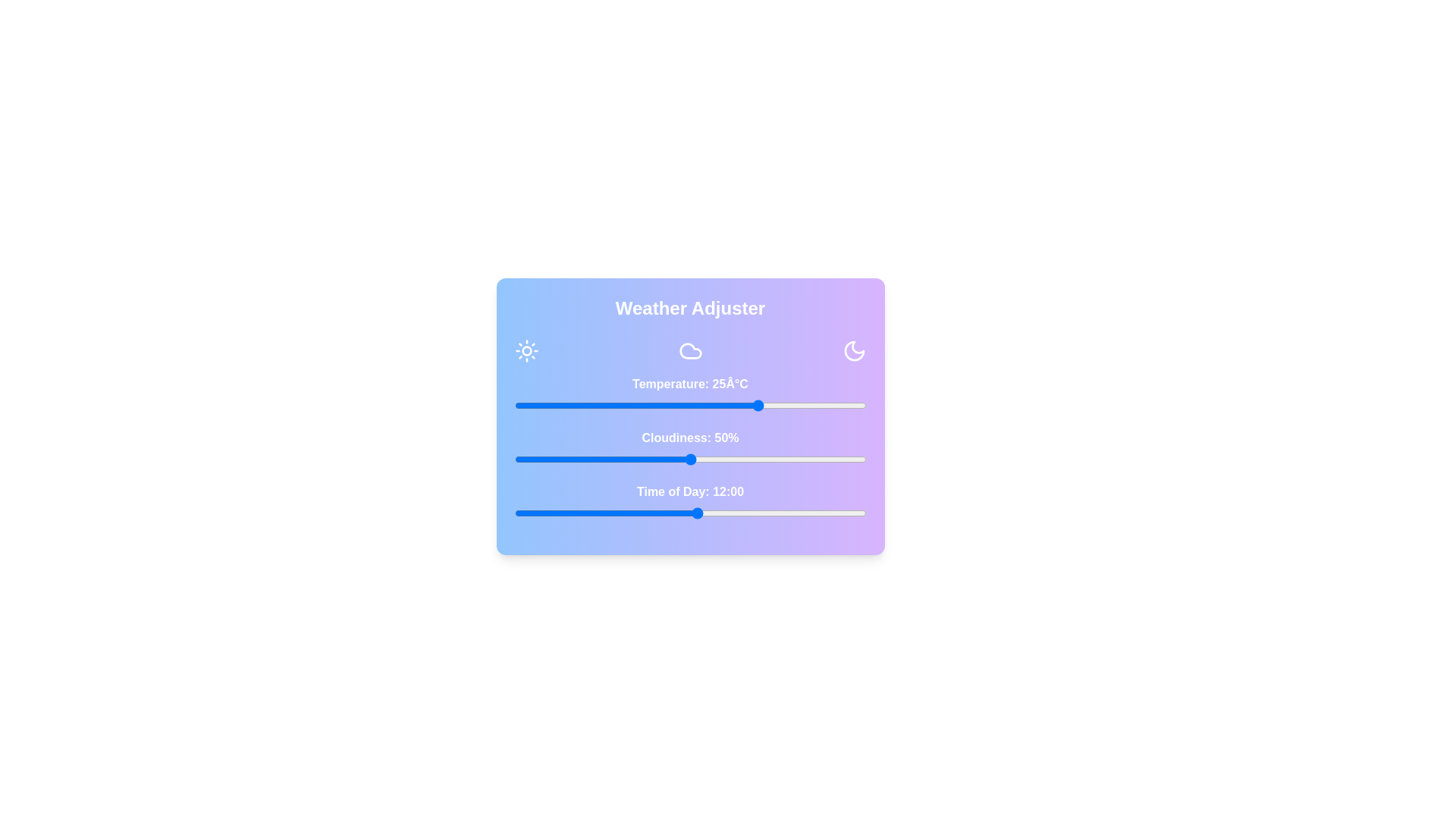 Image resolution: width=1456 pixels, height=819 pixels. Describe the element at coordinates (560, 513) in the screenshot. I see `the time of day` at that location.